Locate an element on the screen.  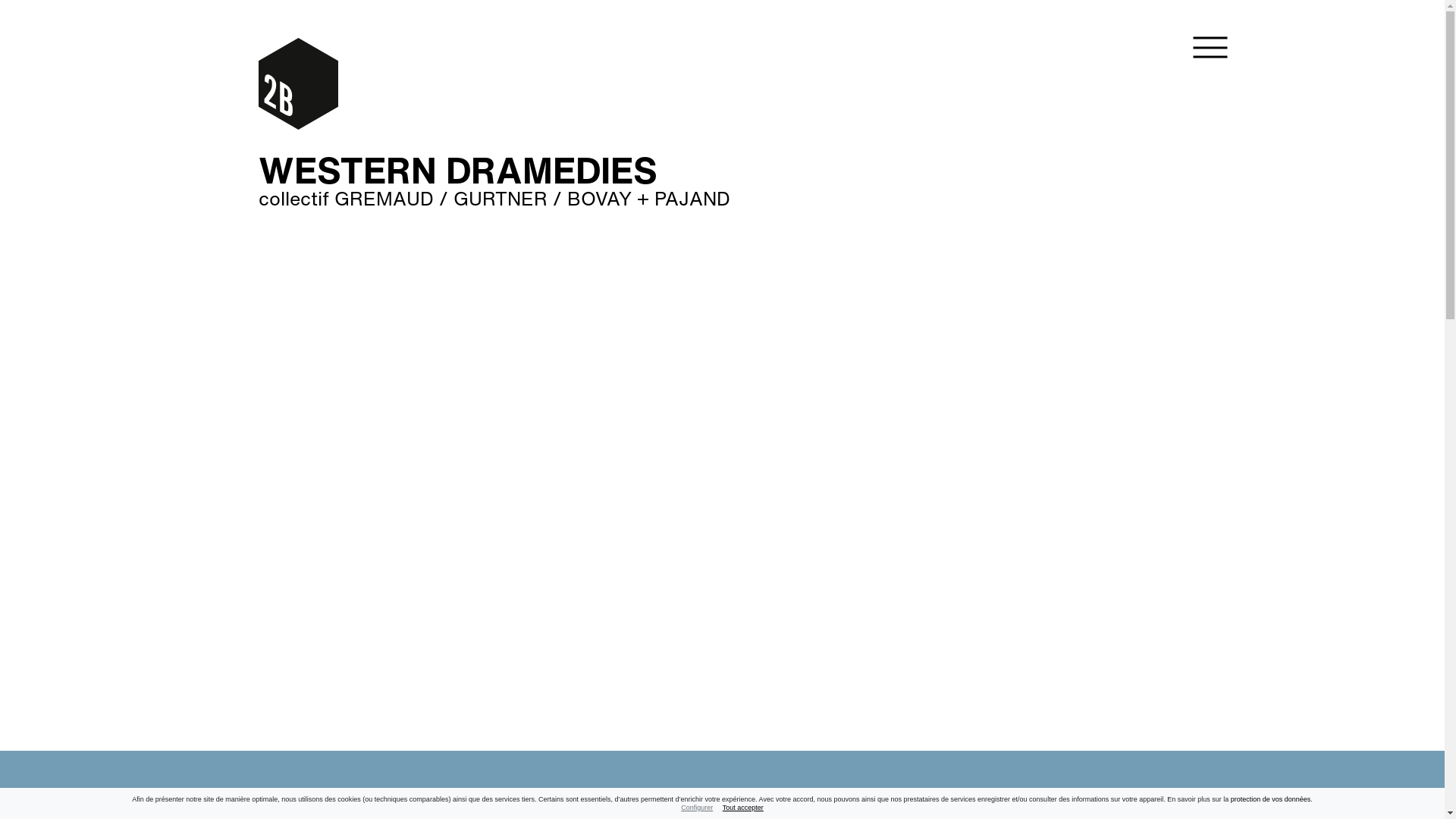
'Configurer' is located at coordinates (695, 806).